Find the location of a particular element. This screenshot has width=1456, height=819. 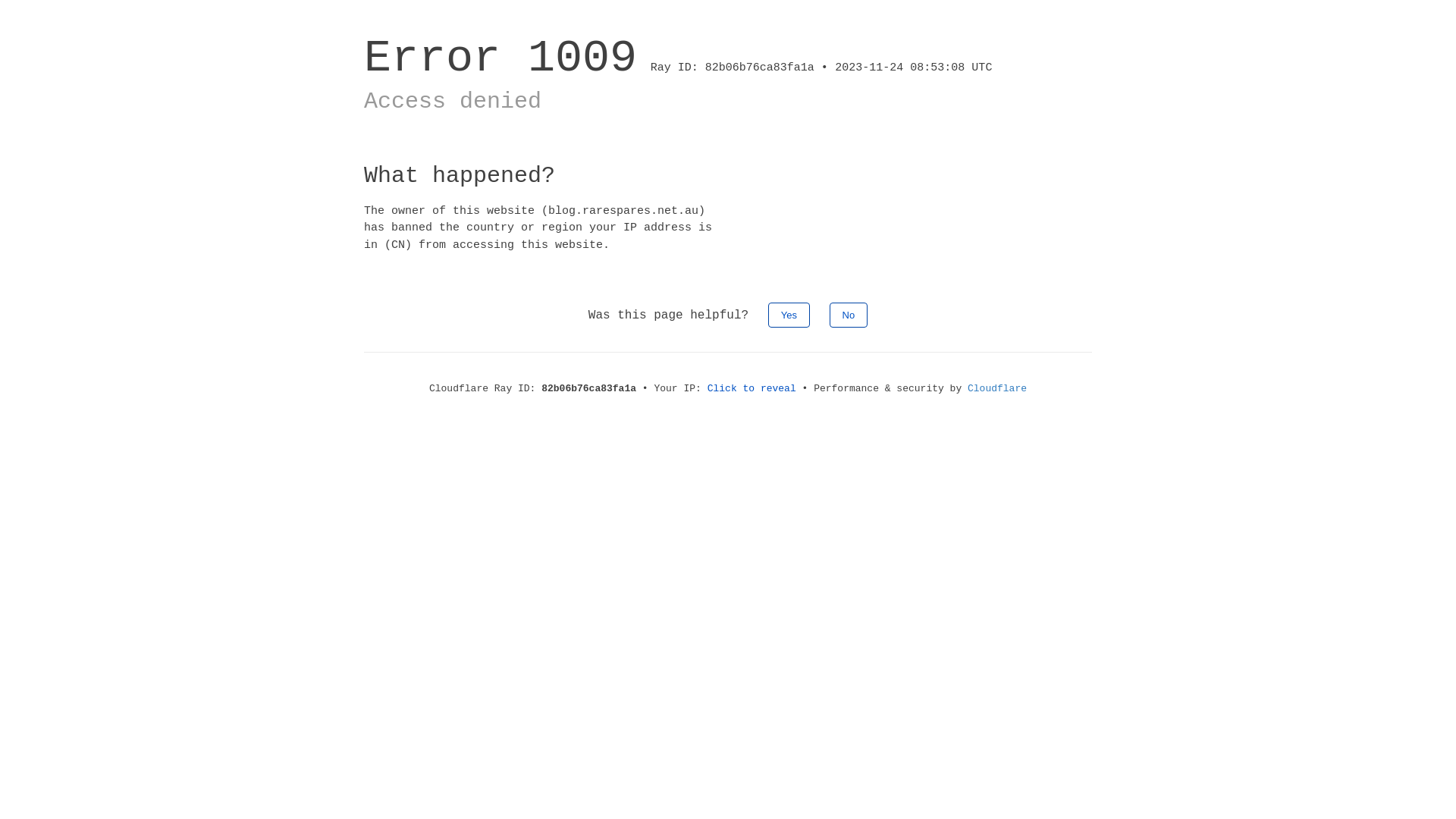

'No' is located at coordinates (848, 314).